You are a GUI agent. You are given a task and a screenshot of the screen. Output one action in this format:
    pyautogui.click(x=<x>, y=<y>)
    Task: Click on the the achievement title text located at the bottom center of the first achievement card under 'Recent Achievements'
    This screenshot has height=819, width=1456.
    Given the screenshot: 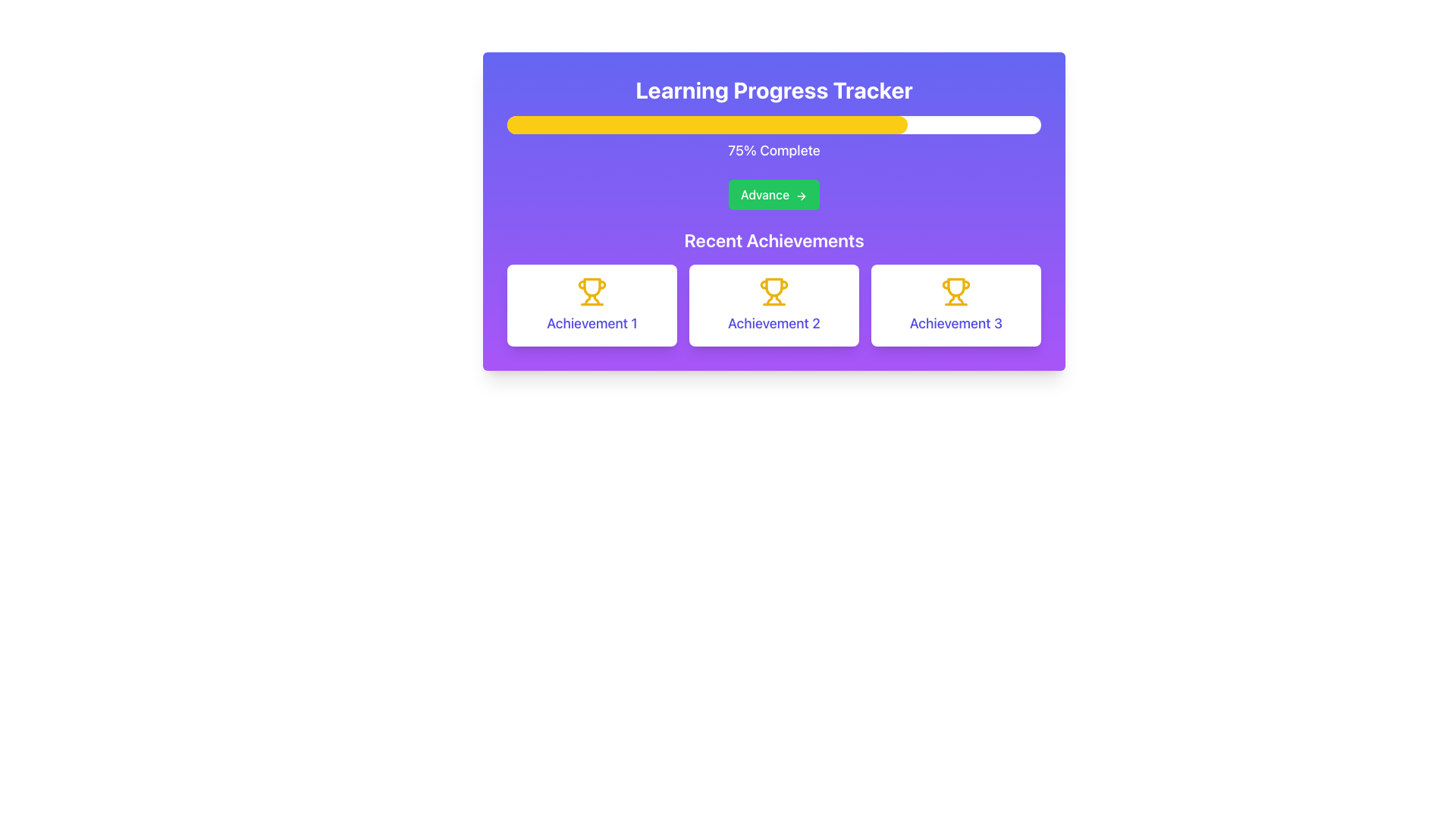 What is the action you would take?
    pyautogui.click(x=591, y=323)
    